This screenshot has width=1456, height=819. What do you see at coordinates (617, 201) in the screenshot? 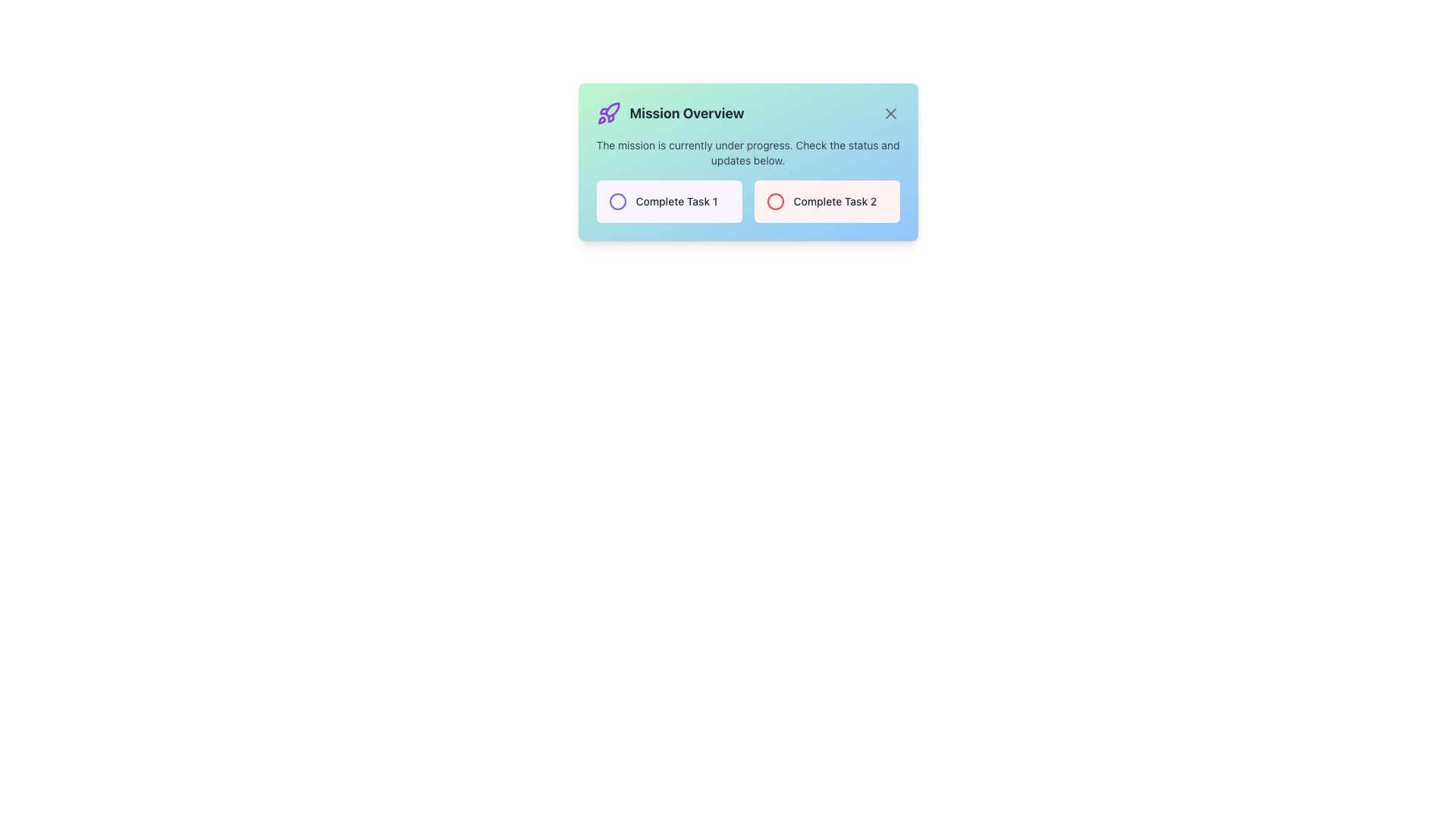
I see `the vibrant indigo circular icon located to the left of the 'Complete Task 1' textual label` at bounding box center [617, 201].